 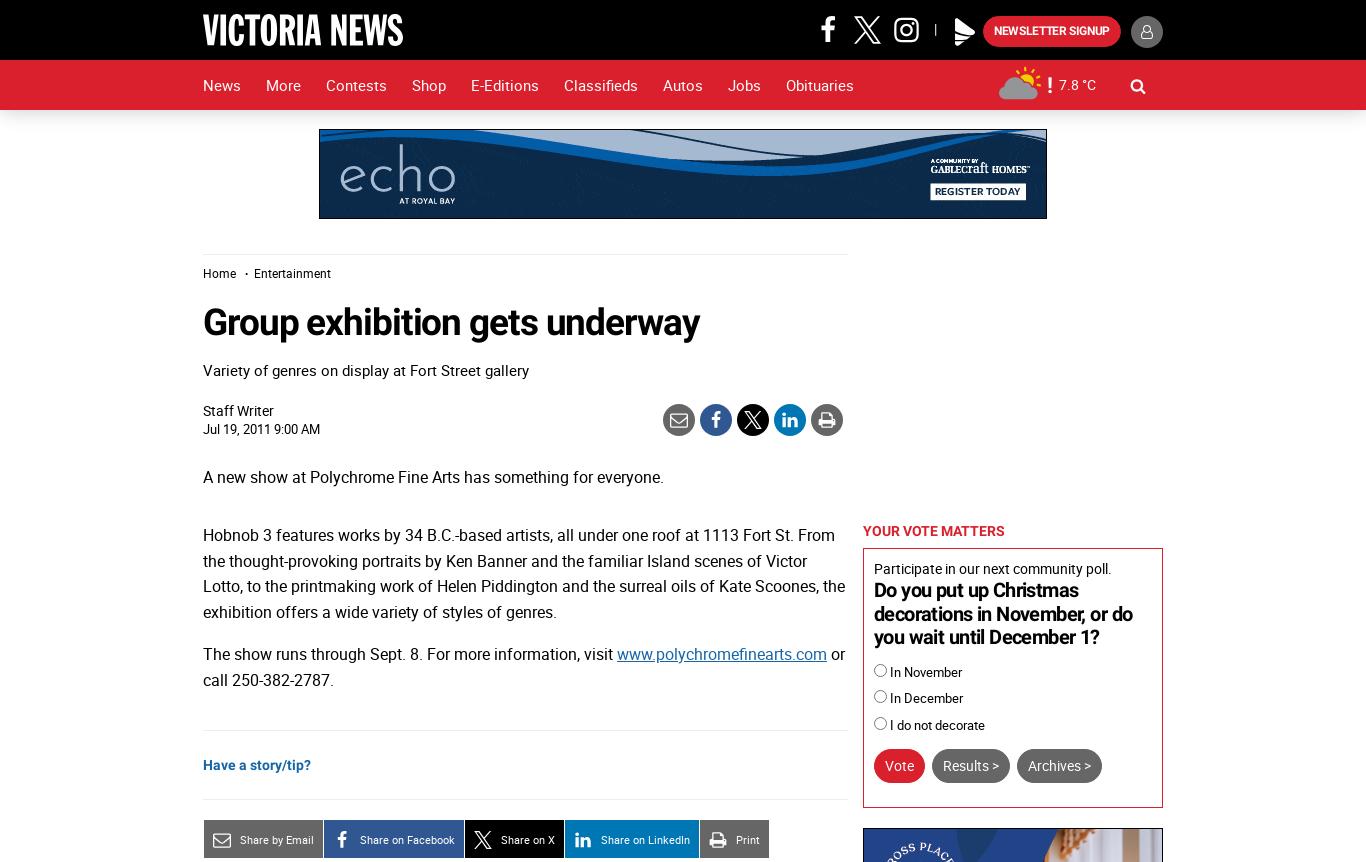 I want to click on 'Do you put up Christmas decorations in November, or do you wait until December 1?', so click(x=1003, y=614).